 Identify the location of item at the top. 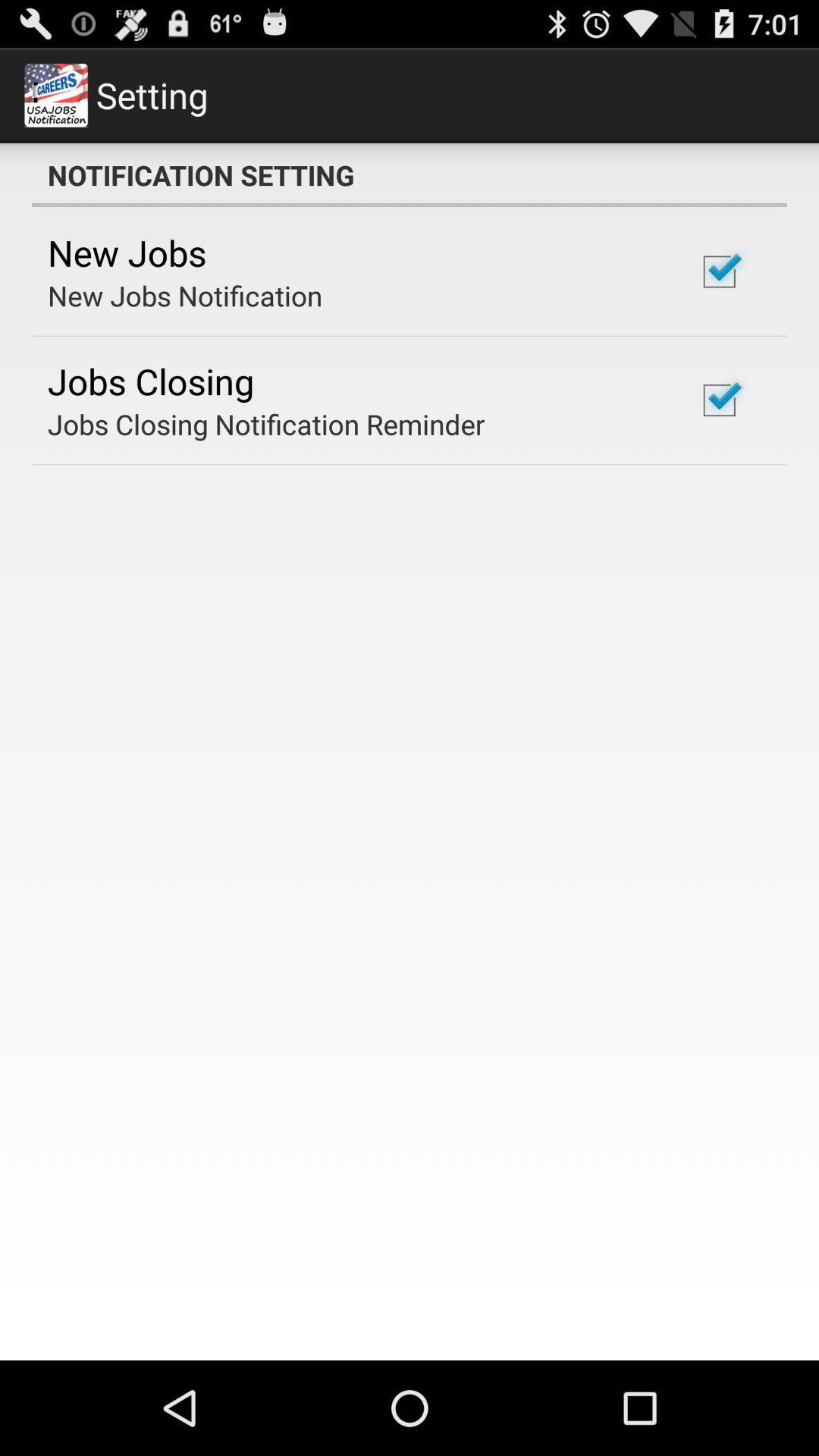
(409, 174).